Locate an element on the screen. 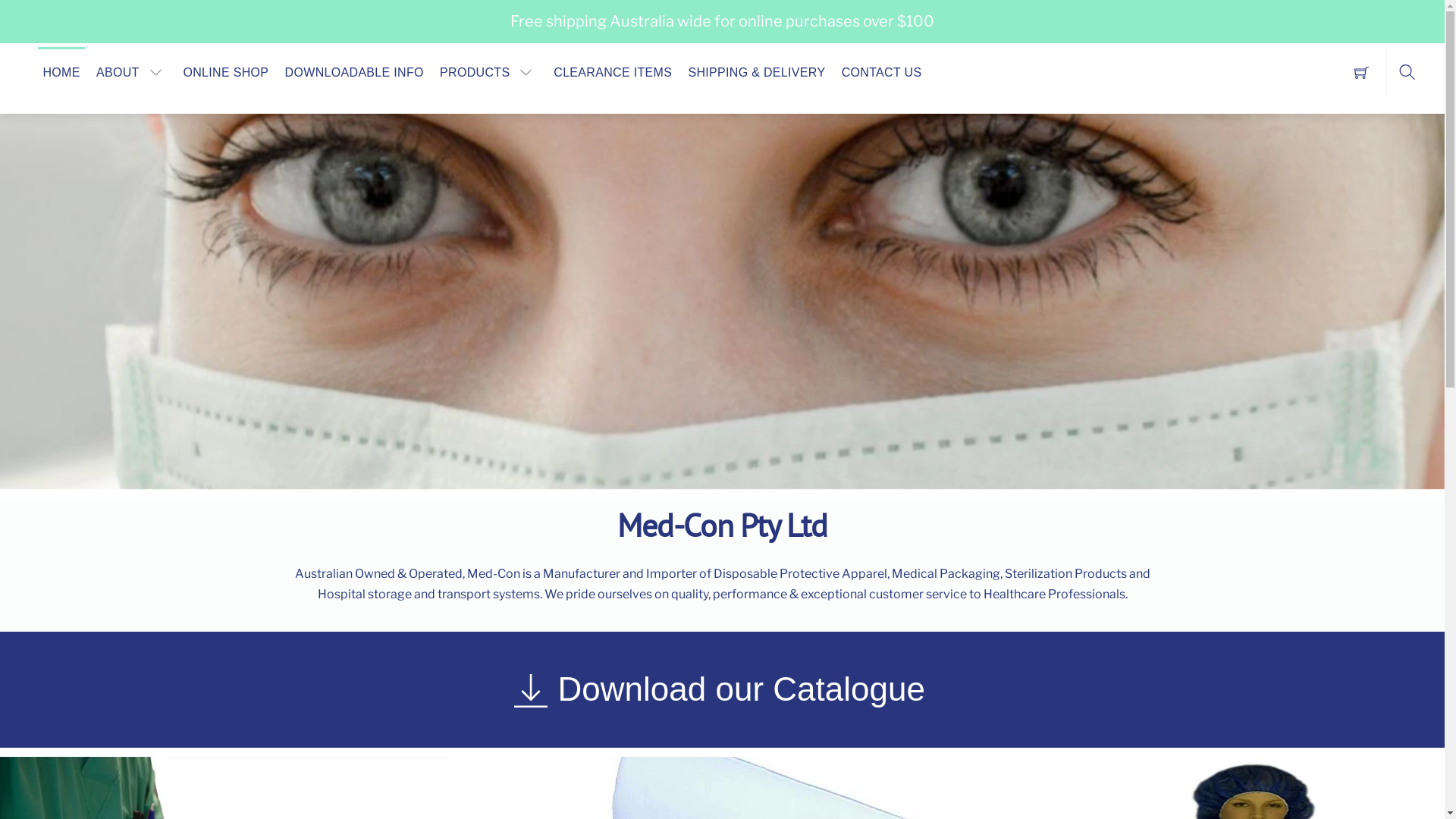 The width and height of the screenshot is (1456, 819). 'PRODUCTS' is located at coordinates (488, 72).